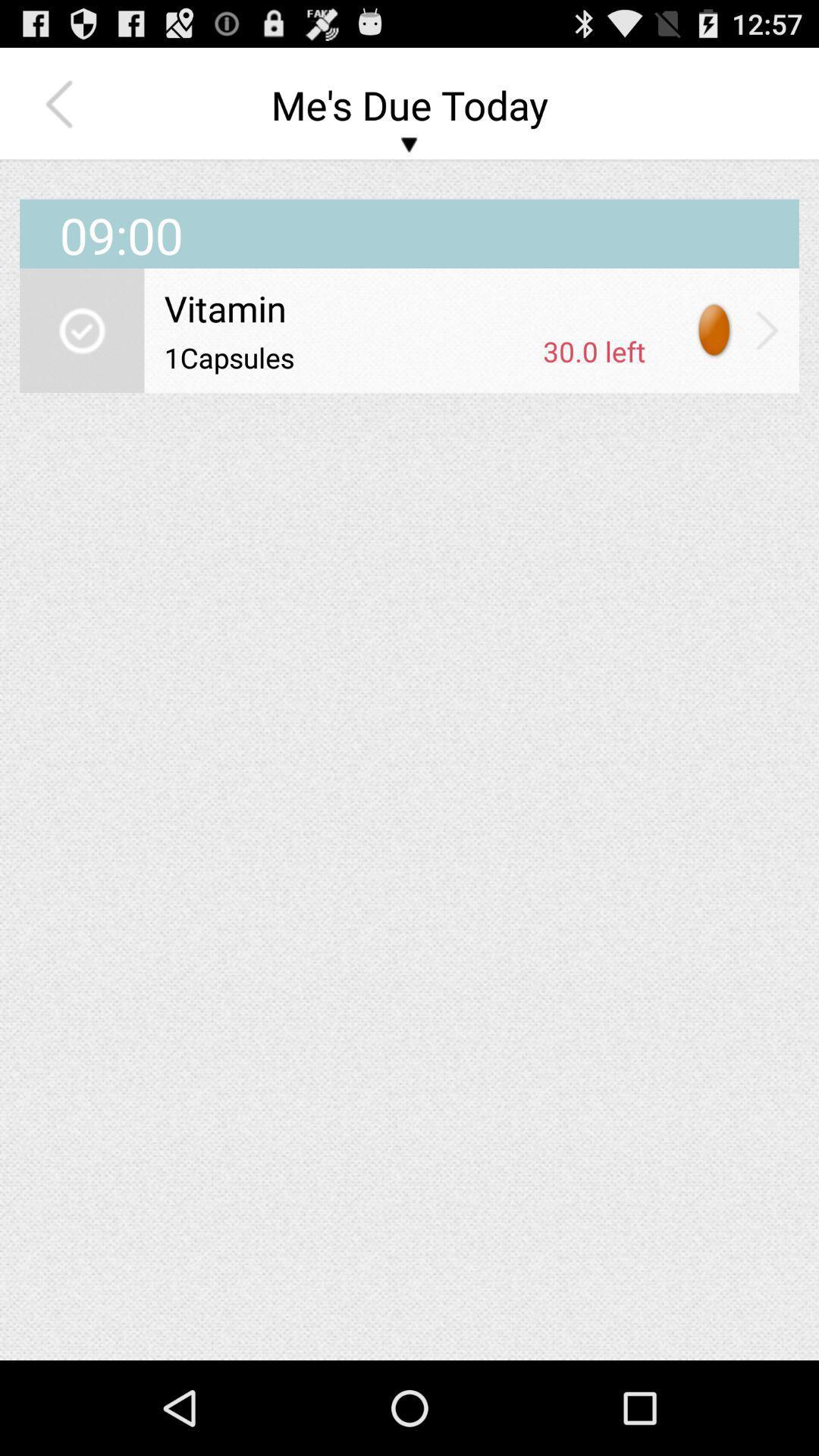 Image resolution: width=819 pixels, height=1456 pixels. Describe the element at coordinates (62, 104) in the screenshot. I see `the icon next to the me s due icon` at that location.